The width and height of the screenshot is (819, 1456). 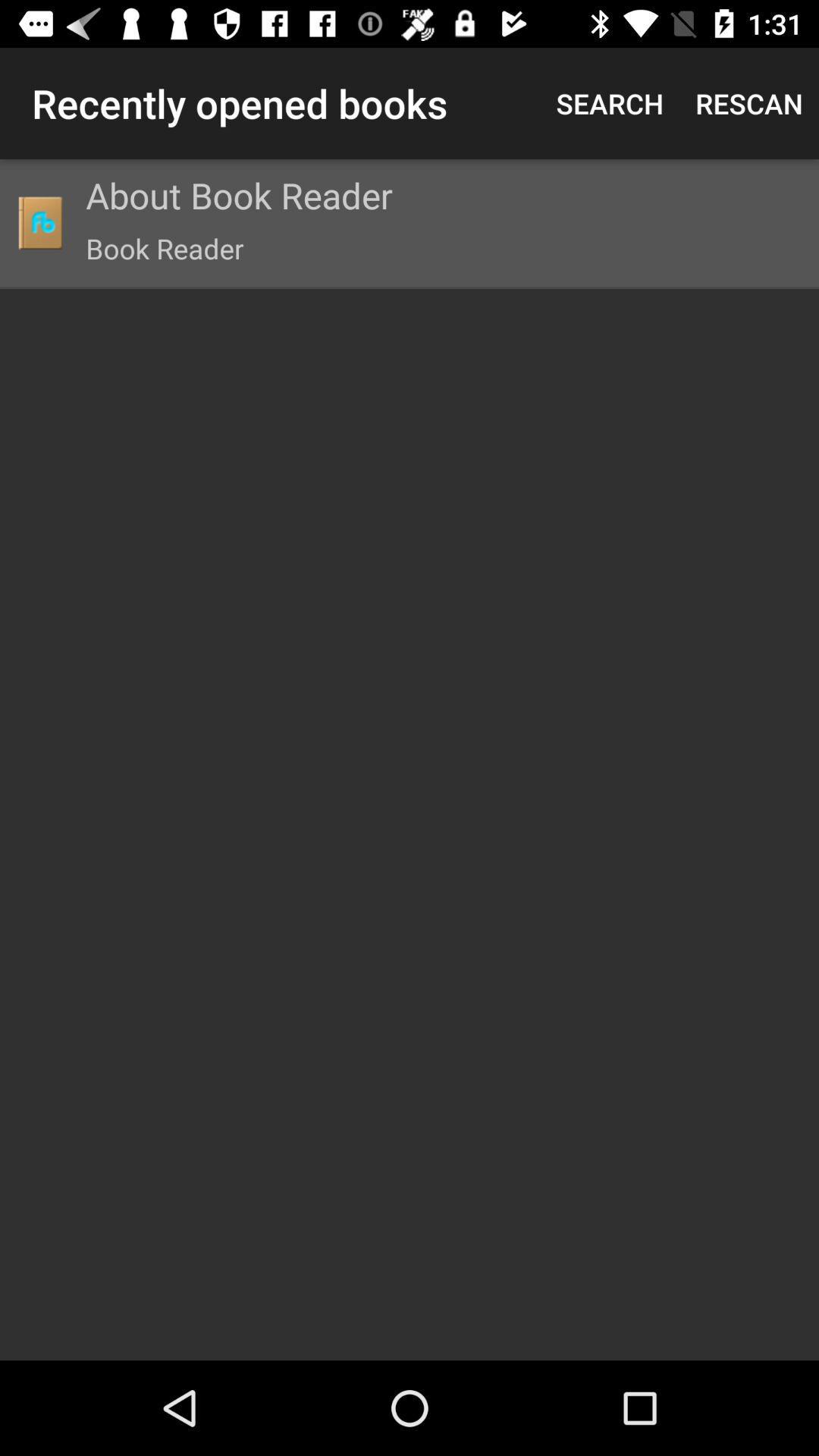 I want to click on the item next to search item, so click(x=748, y=102).